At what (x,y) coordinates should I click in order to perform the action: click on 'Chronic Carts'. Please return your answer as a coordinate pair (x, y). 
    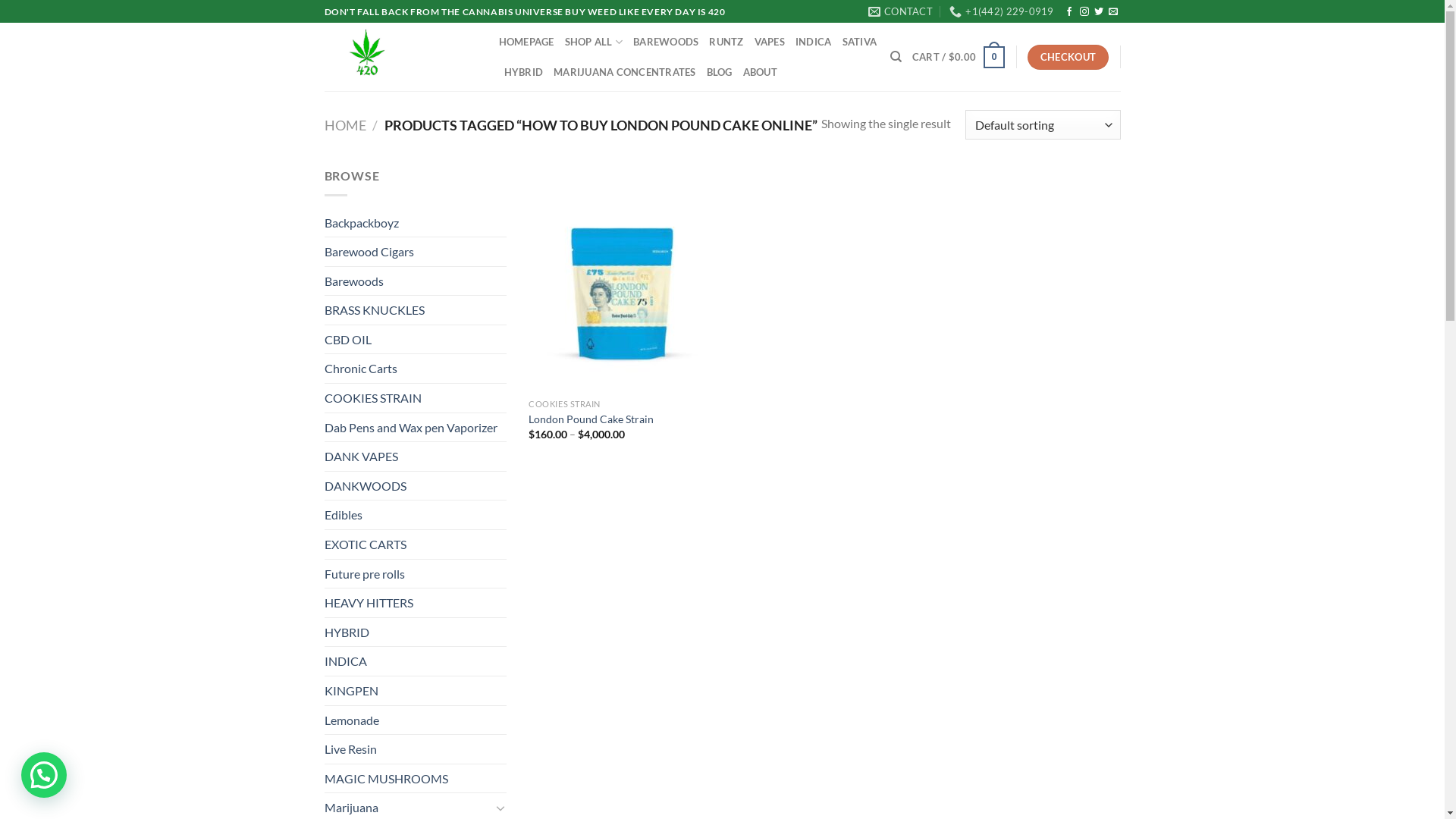
    Looking at the image, I should click on (323, 369).